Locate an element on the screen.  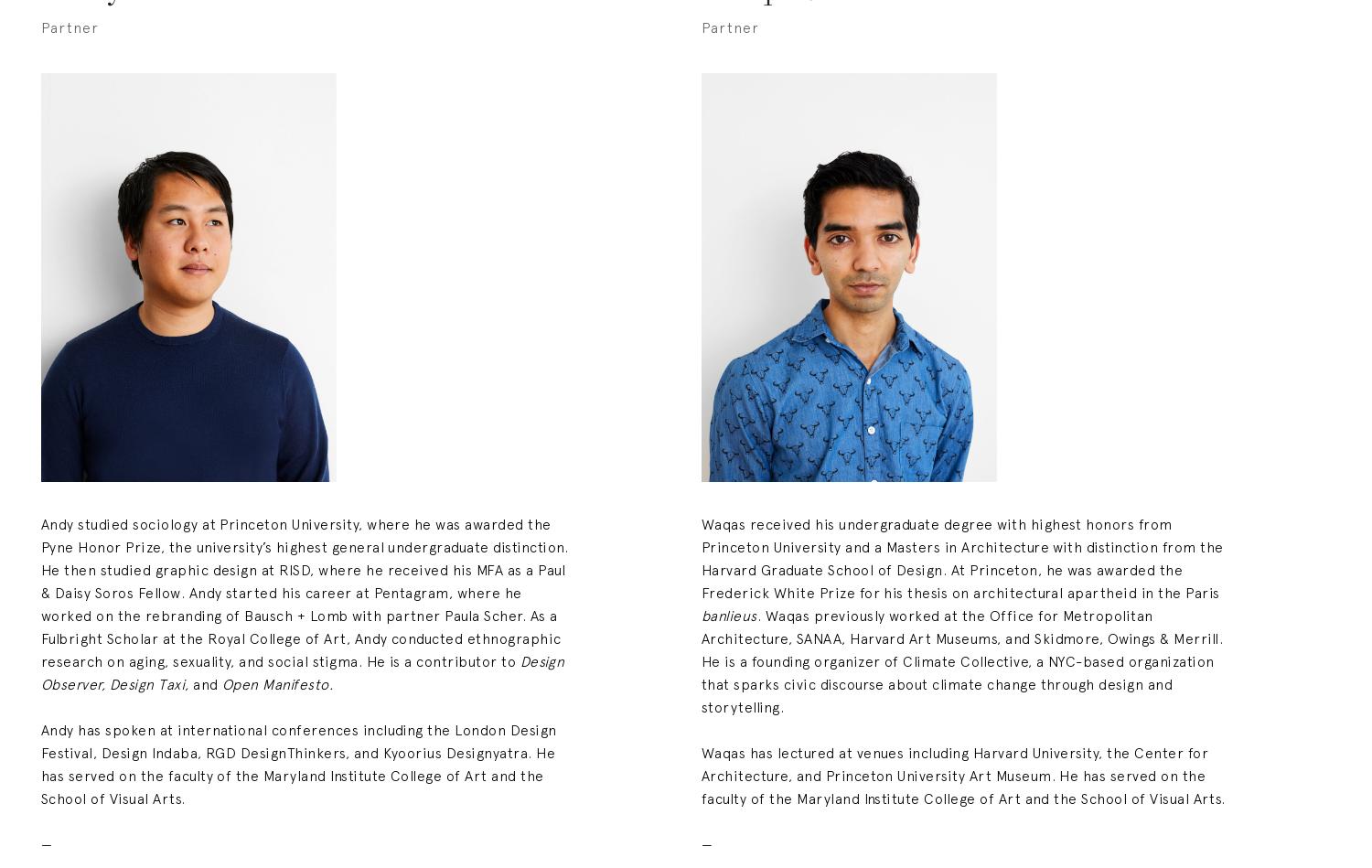
'Andy has spoken at international conferences including the London Design Festival, Design Indaba, RGD DesignThinkers, and Kyoorius Designyatra. He has served on the faculty of the Maryland Institute College of Art and the School of Visual Arts.' is located at coordinates (299, 762).